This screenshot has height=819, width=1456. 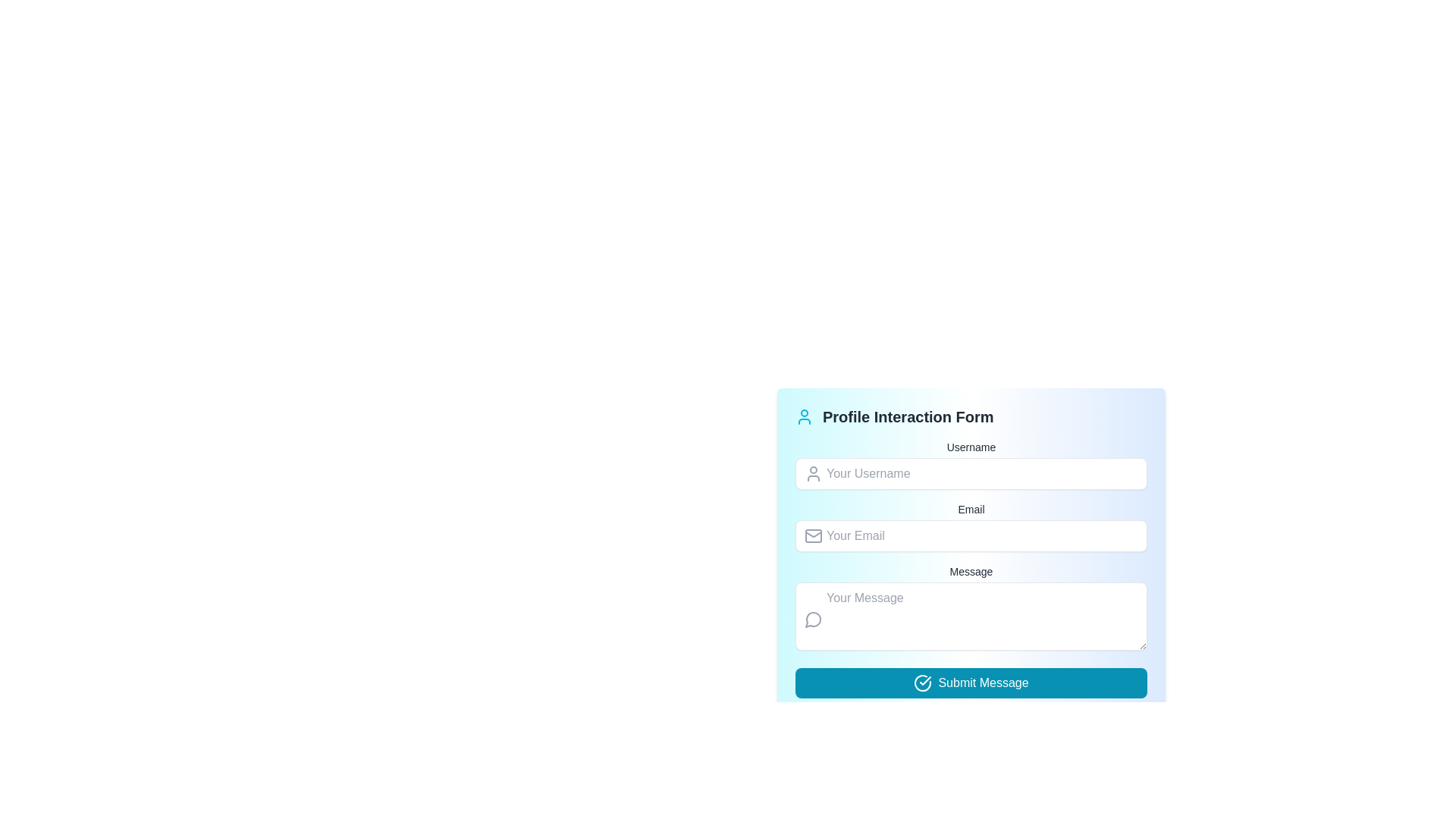 What do you see at coordinates (971, 509) in the screenshot?
I see `the text label displaying 'Email', which is styled in dark gray and positioned above the email input field in the profile interaction form` at bounding box center [971, 509].